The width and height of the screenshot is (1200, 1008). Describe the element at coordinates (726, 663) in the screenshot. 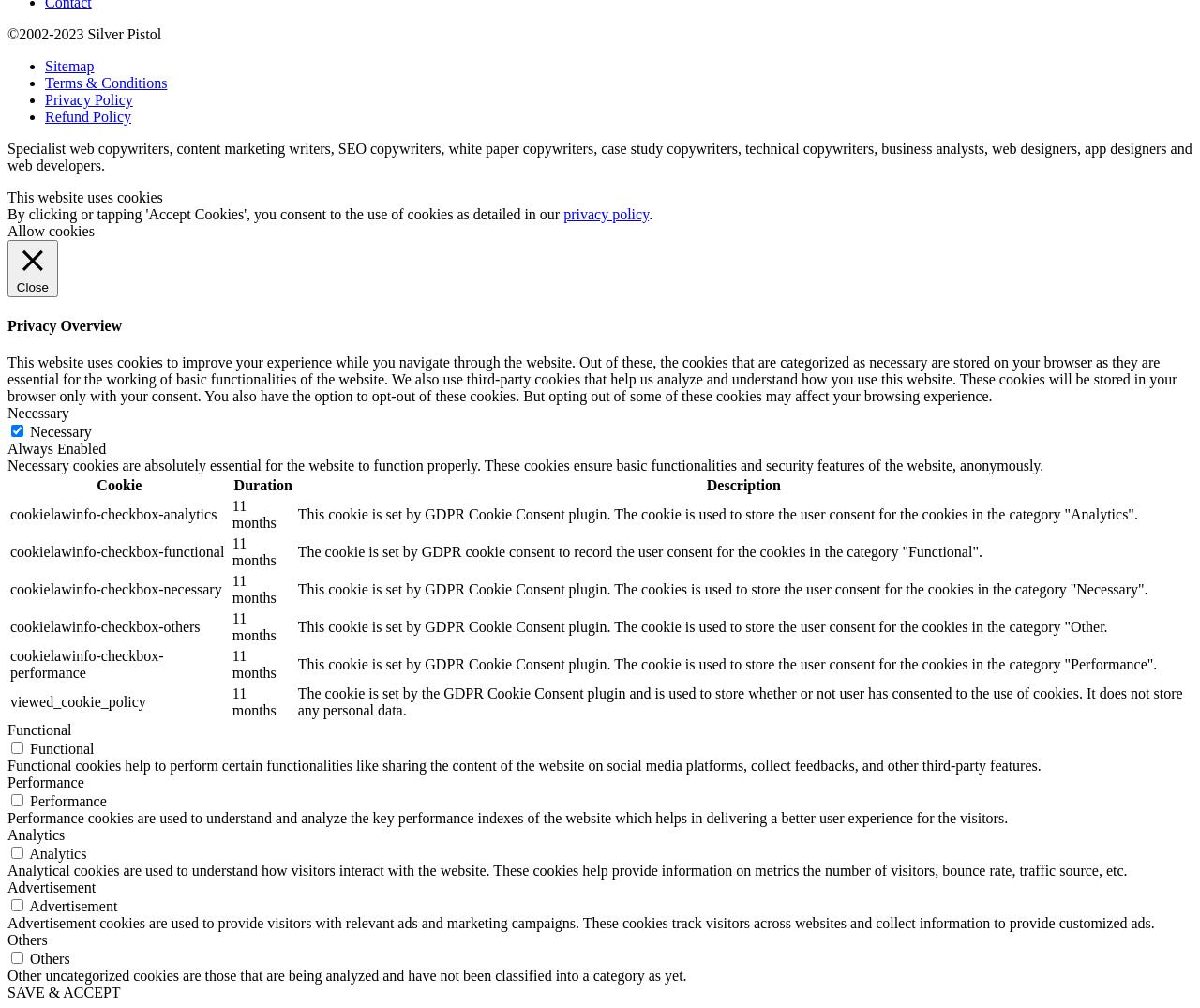

I see `'This cookie is set by GDPR Cookie Consent plugin. The cookie is used to store the user consent for the cookies in the category "Performance".'` at that location.